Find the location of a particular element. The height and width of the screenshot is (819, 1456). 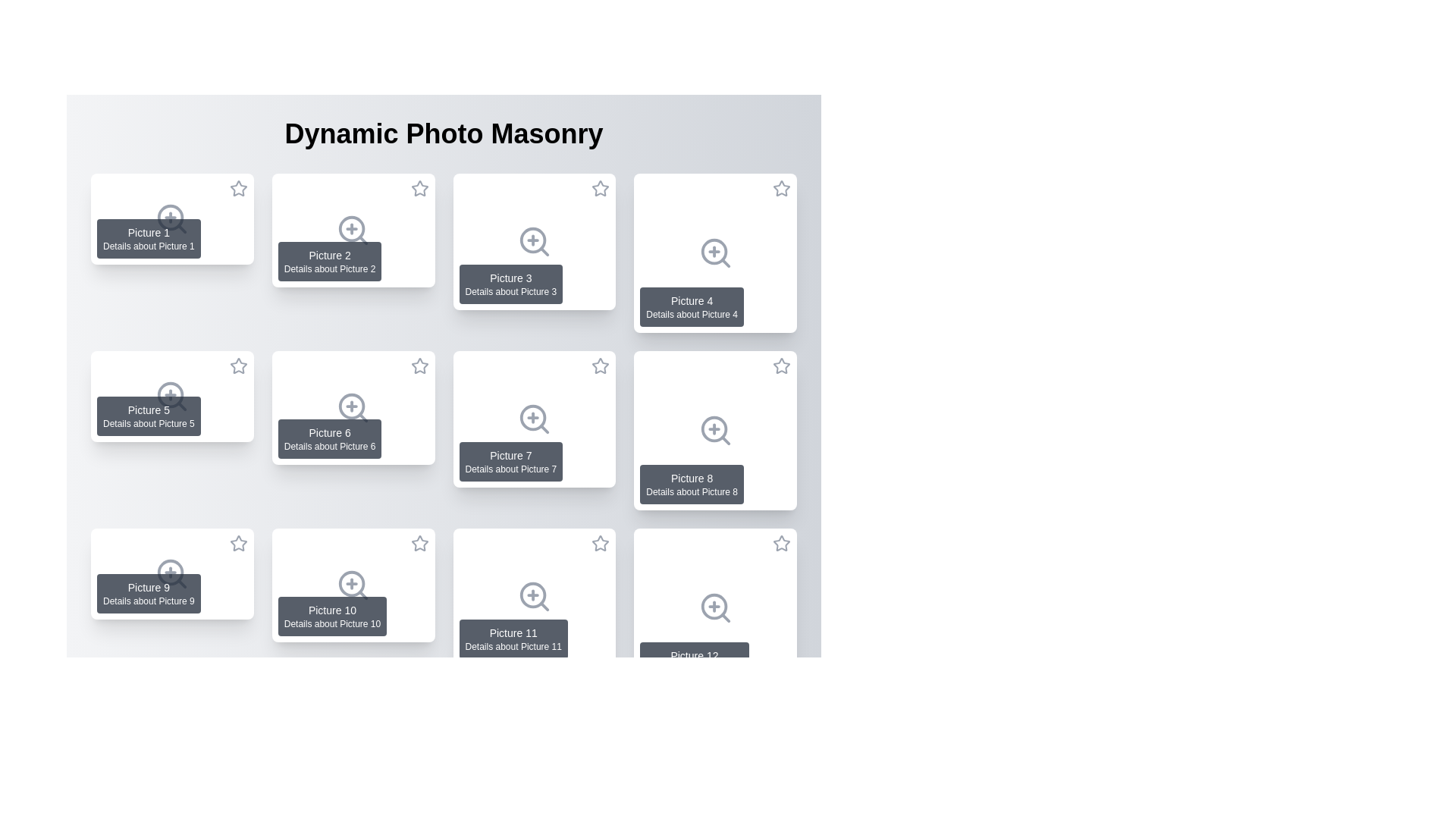

the text label that displays 'Details about Picture 5', which is styled in white text on a dark gray semi-transparent background and is located at the bottom-left of the tile labeled 'Picture 5' is located at coordinates (149, 424).